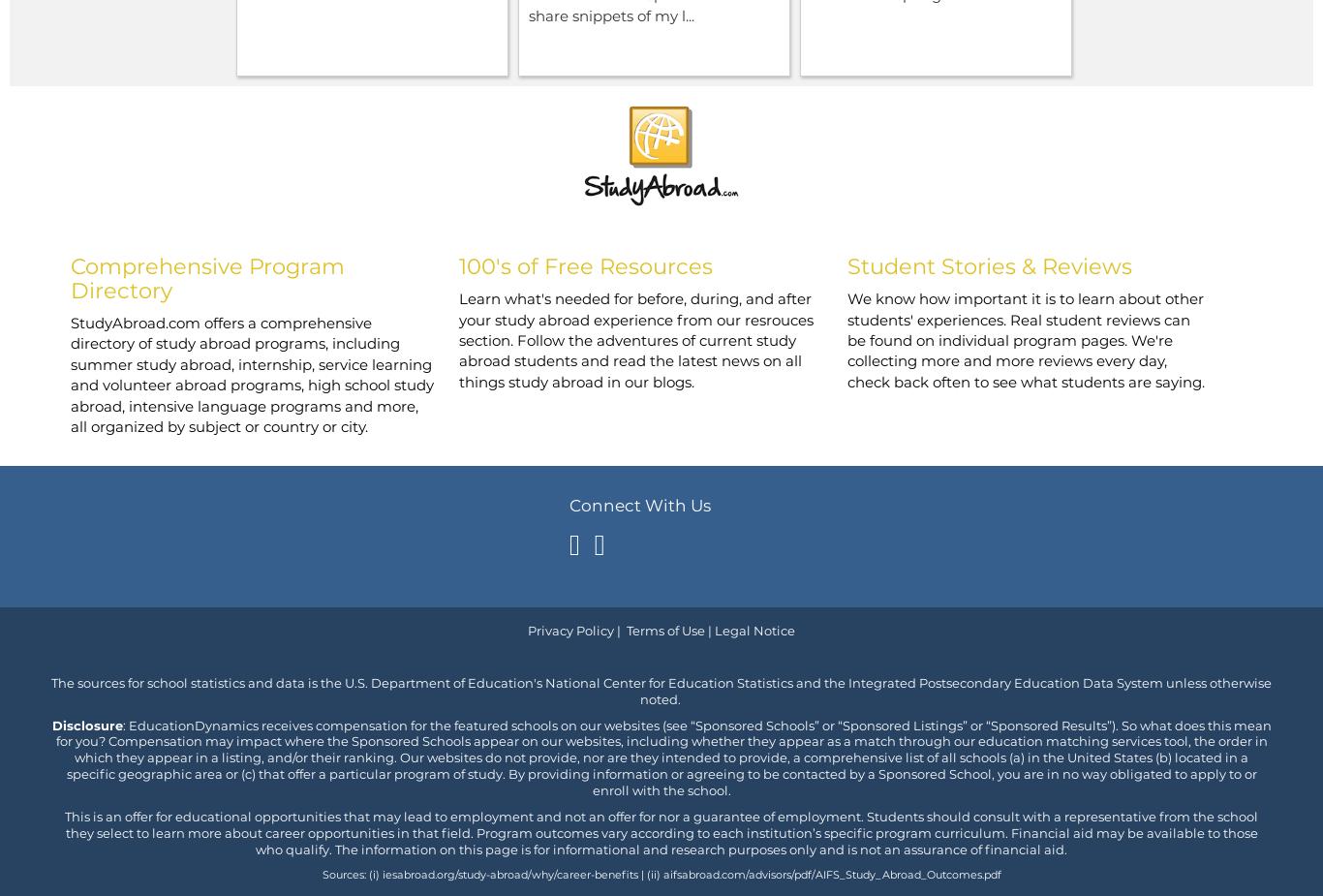 This screenshot has width=1323, height=896. I want to click on 'Disclosure', so click(86, 724).